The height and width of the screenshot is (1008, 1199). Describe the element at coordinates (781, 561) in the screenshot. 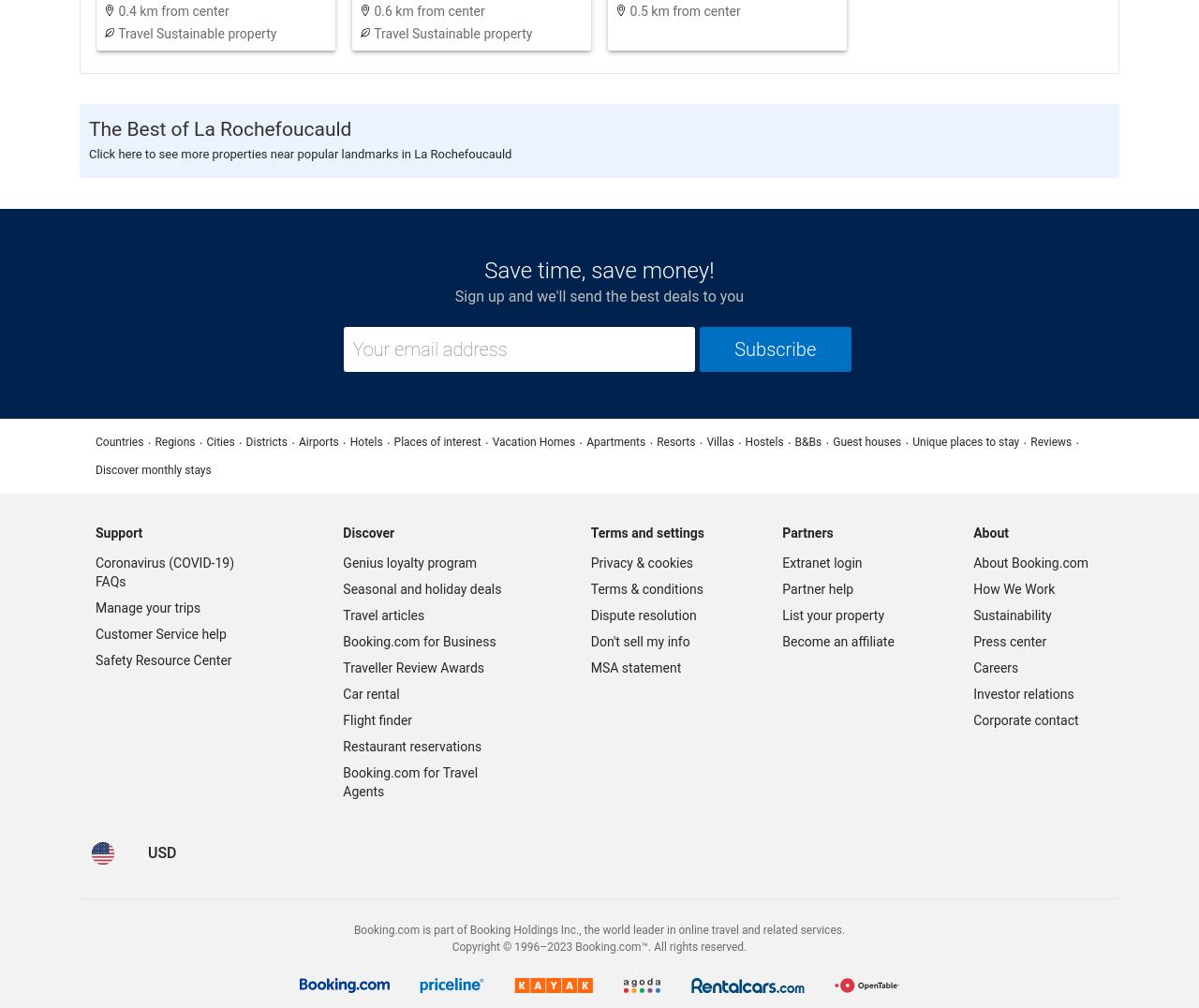

I see `'Extranet login'` at that location.